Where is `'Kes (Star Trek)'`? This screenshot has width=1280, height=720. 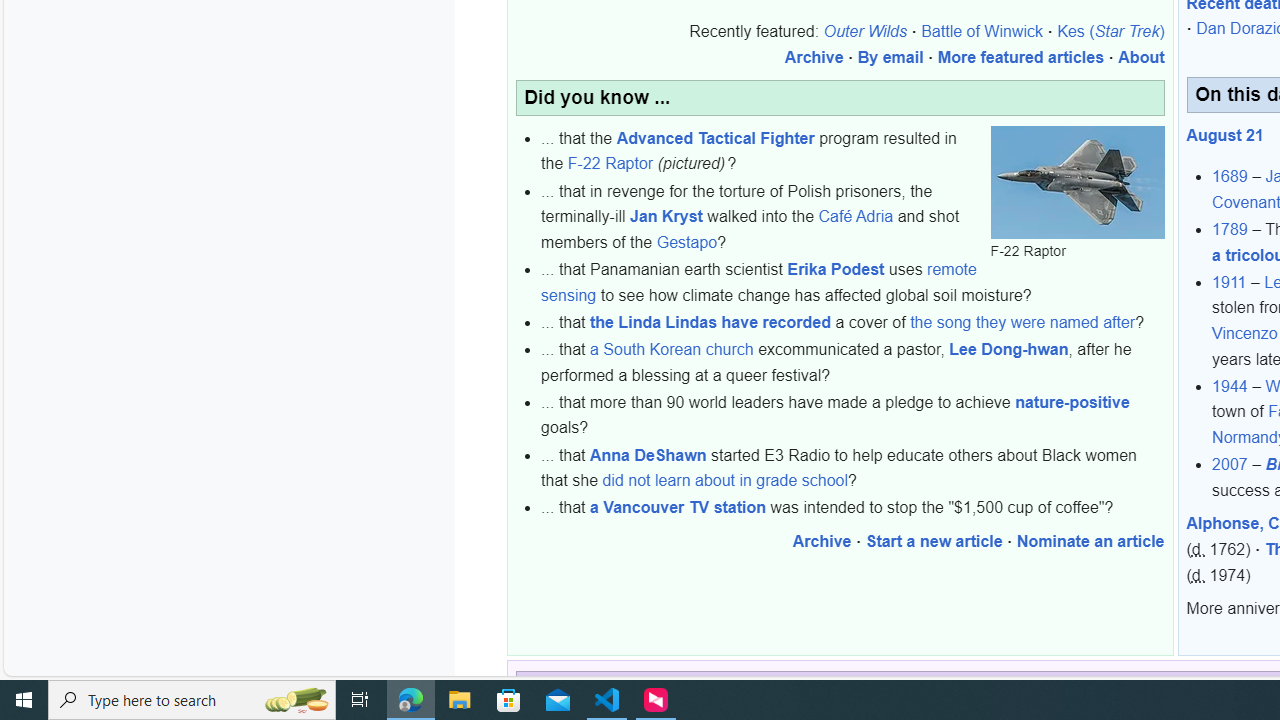 'Kes (Star Trek)' is located at coordinates (1110, 32).